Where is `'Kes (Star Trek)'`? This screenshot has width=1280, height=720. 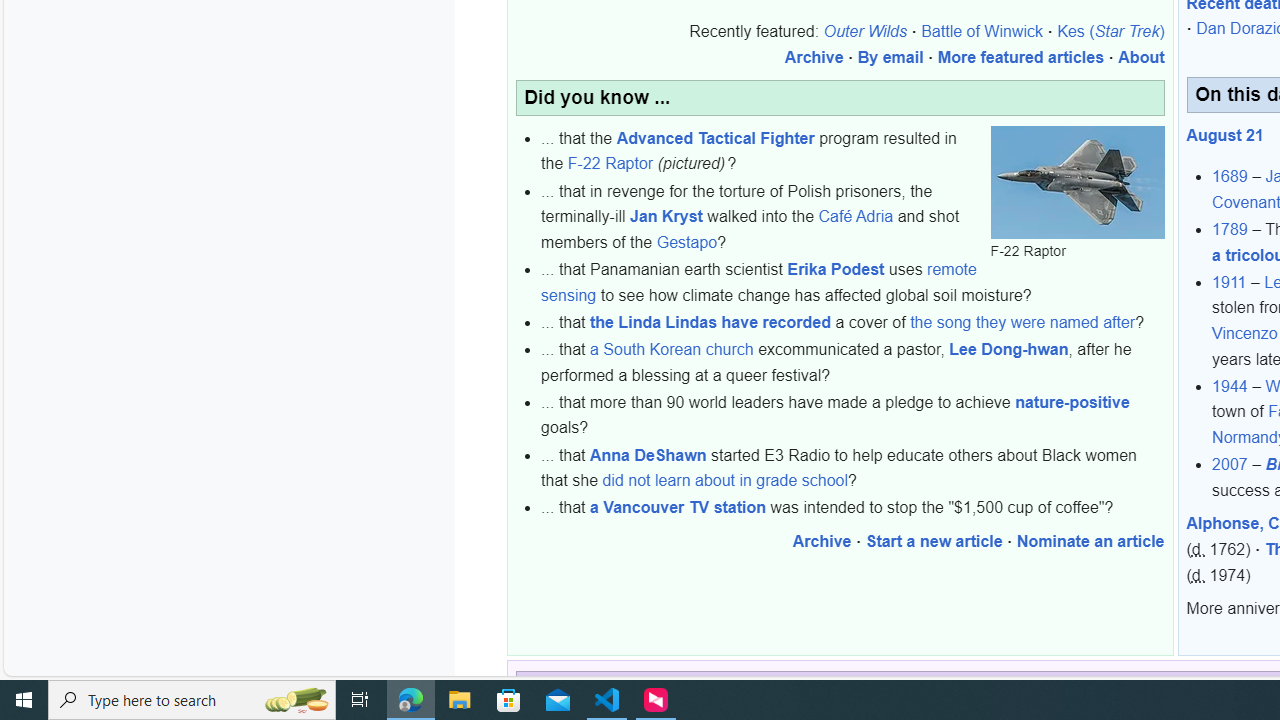 'Kes (Star Trek)' is located at coordinates (1110, 32).